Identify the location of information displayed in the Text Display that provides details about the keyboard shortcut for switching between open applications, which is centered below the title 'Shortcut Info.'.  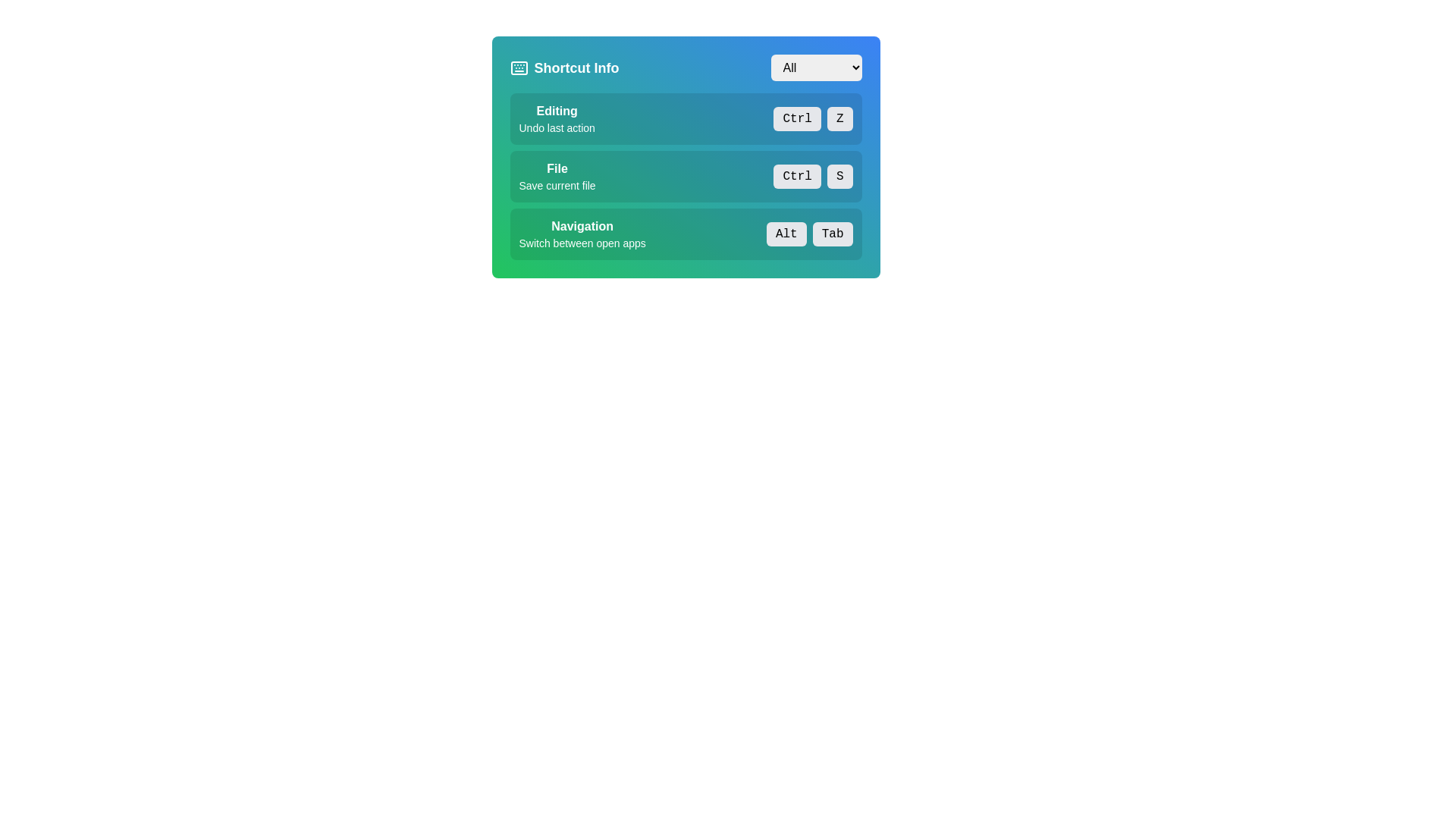
(582, 234).